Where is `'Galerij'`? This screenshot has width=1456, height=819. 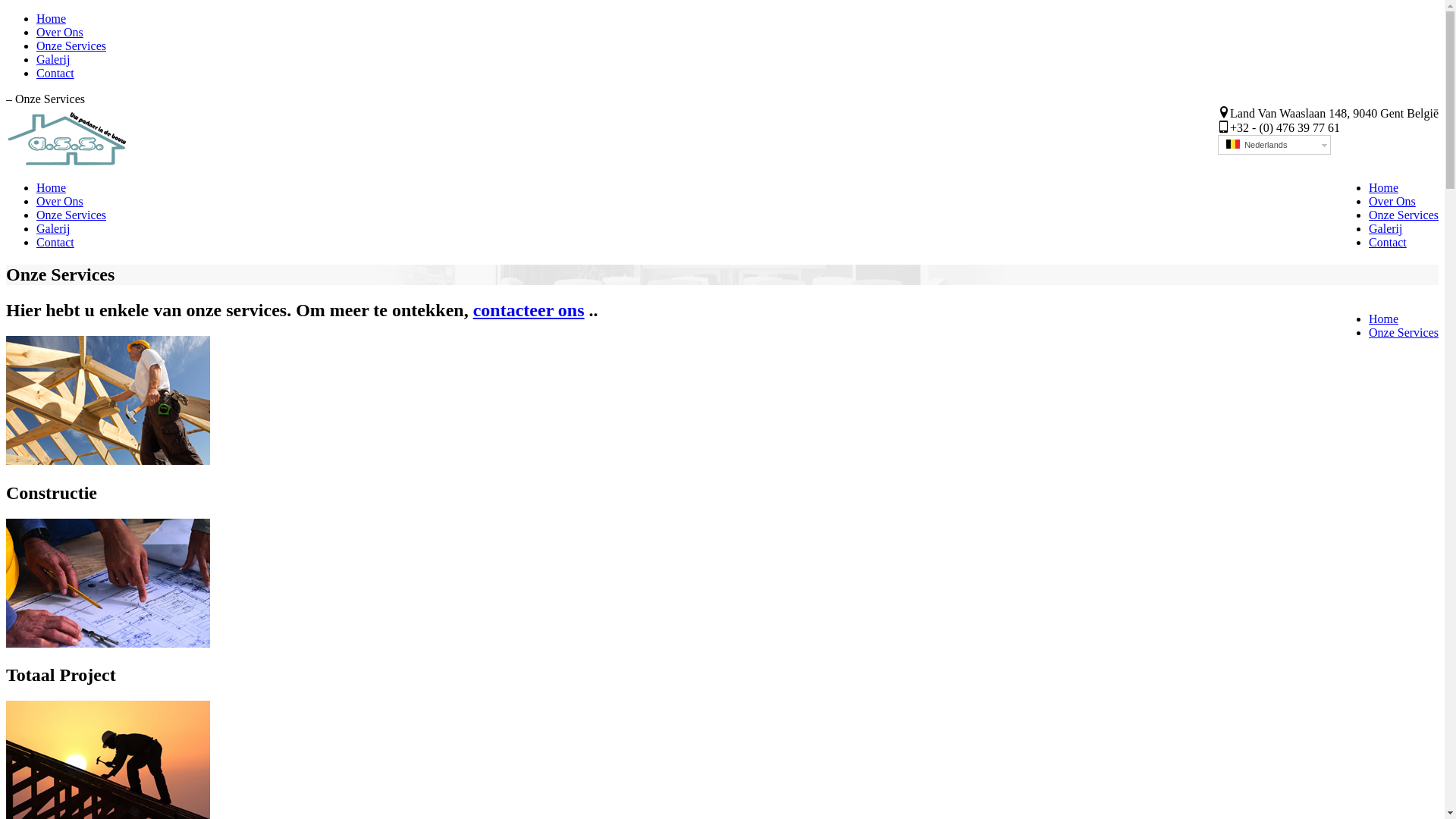
'Galerij' is located at coordinates (1368, 228).